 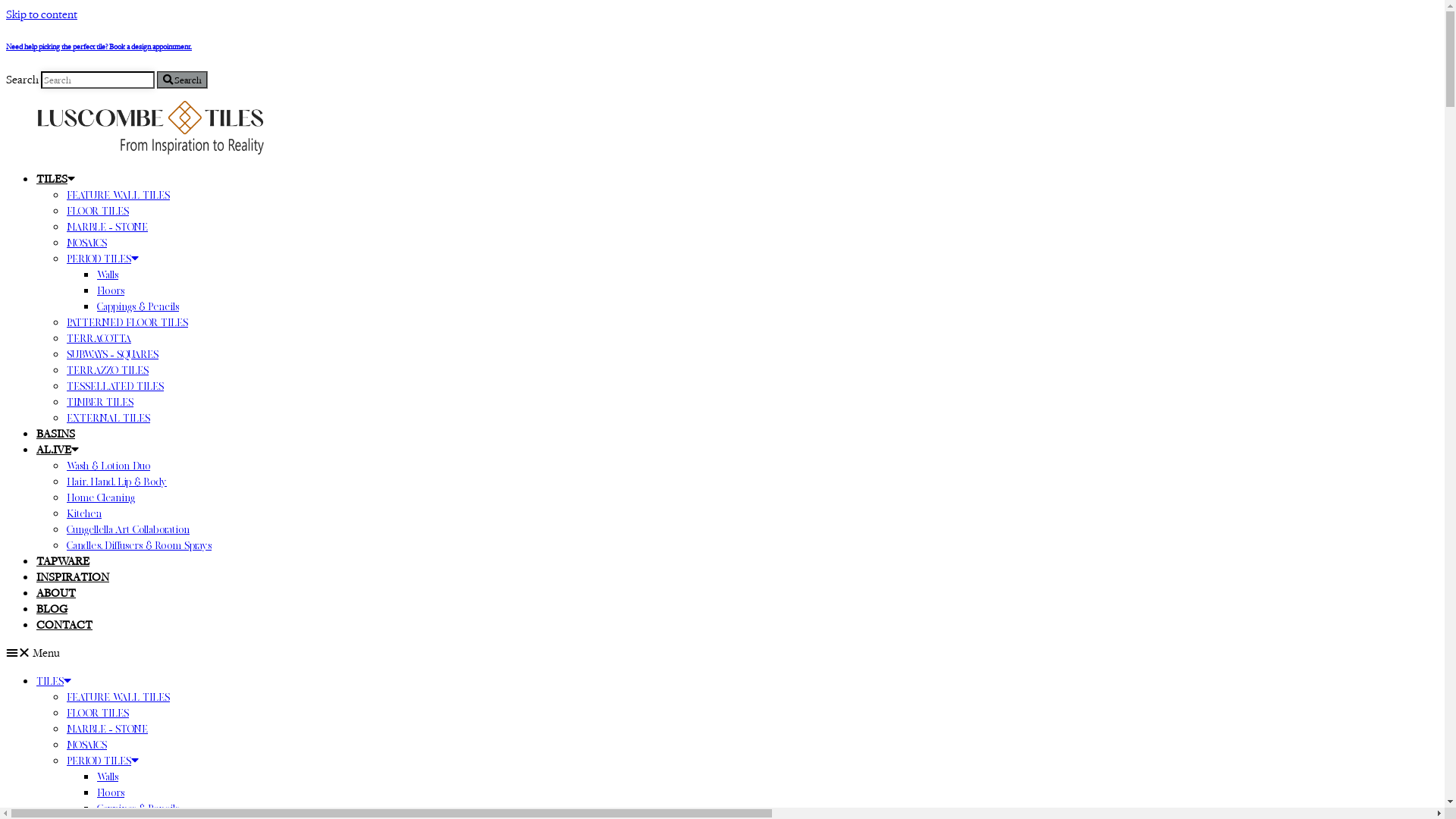 I want to click on 'TILES', so click(x=54, y=680).